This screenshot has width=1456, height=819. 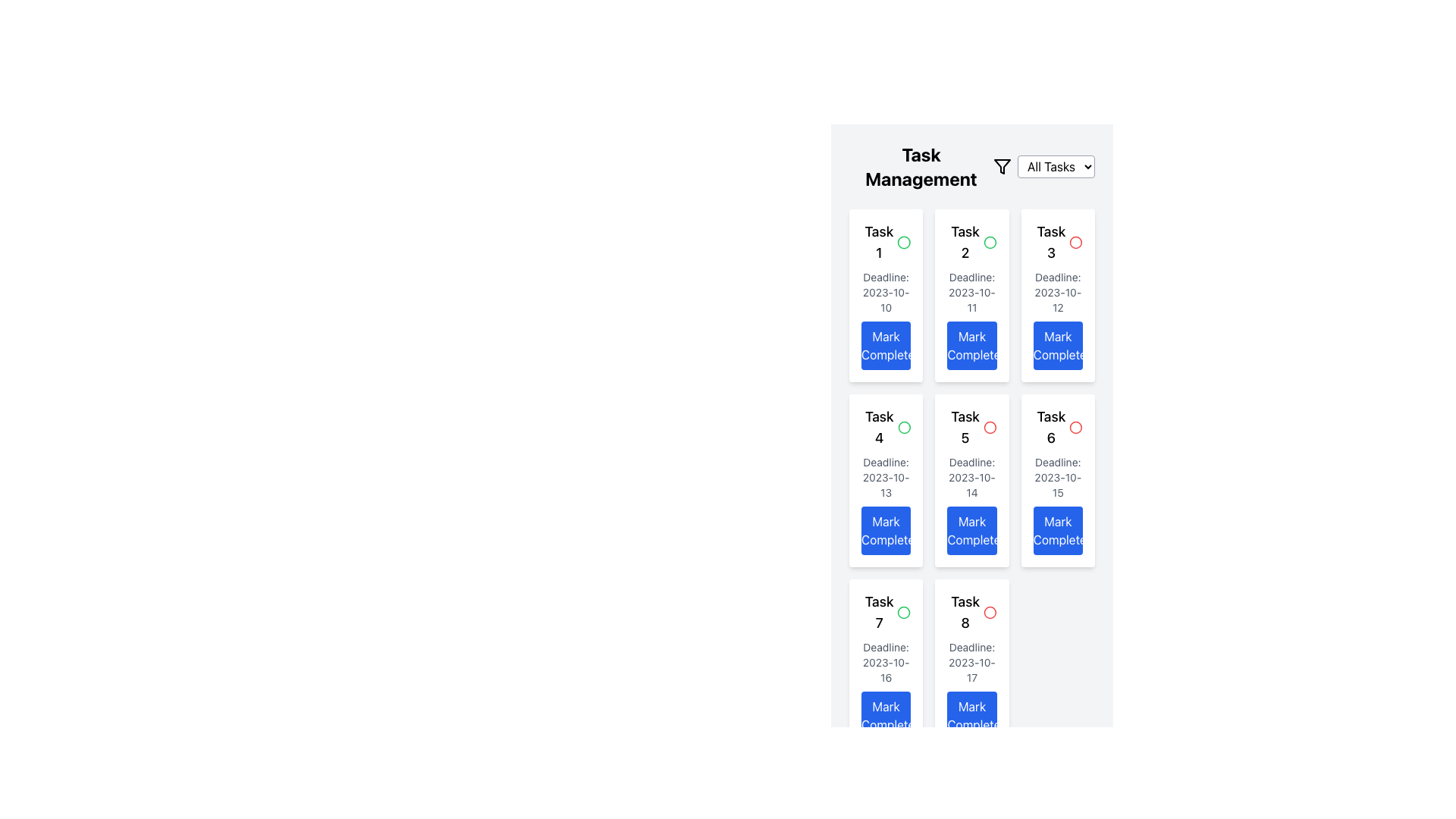 I want to click on the filter icon, which resembles an inverted triangle or funnel shape, located next to the text 'All Tasks' in the top-right corner of the interface, so click(x=1002, y=166).